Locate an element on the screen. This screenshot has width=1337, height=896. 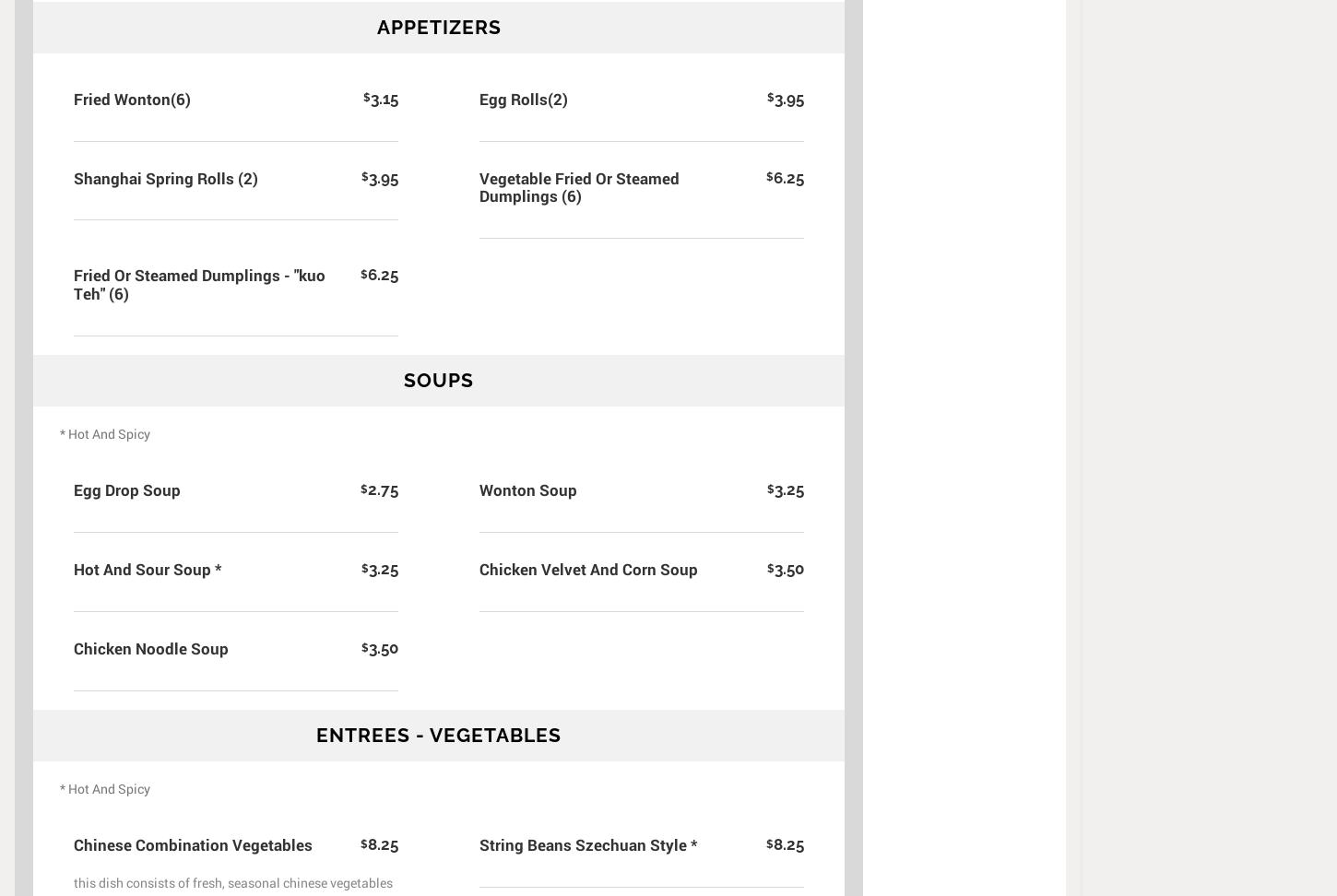
'Egg Rolls(2)' is located at coordinates (523, 97).